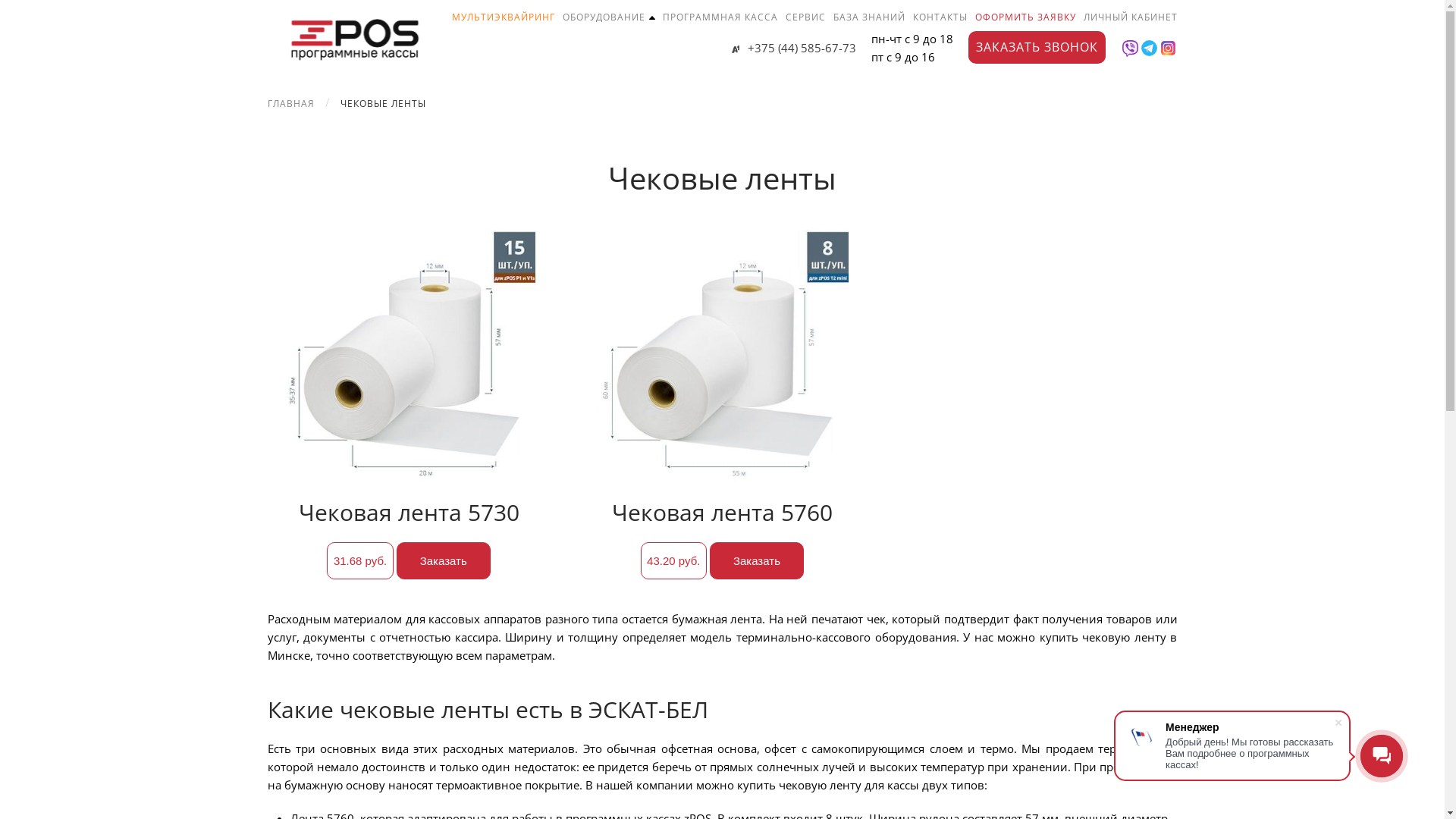 The image size is (1456, 819). I want to click on '+375 (44) 585-67-73', so click(792, 46).